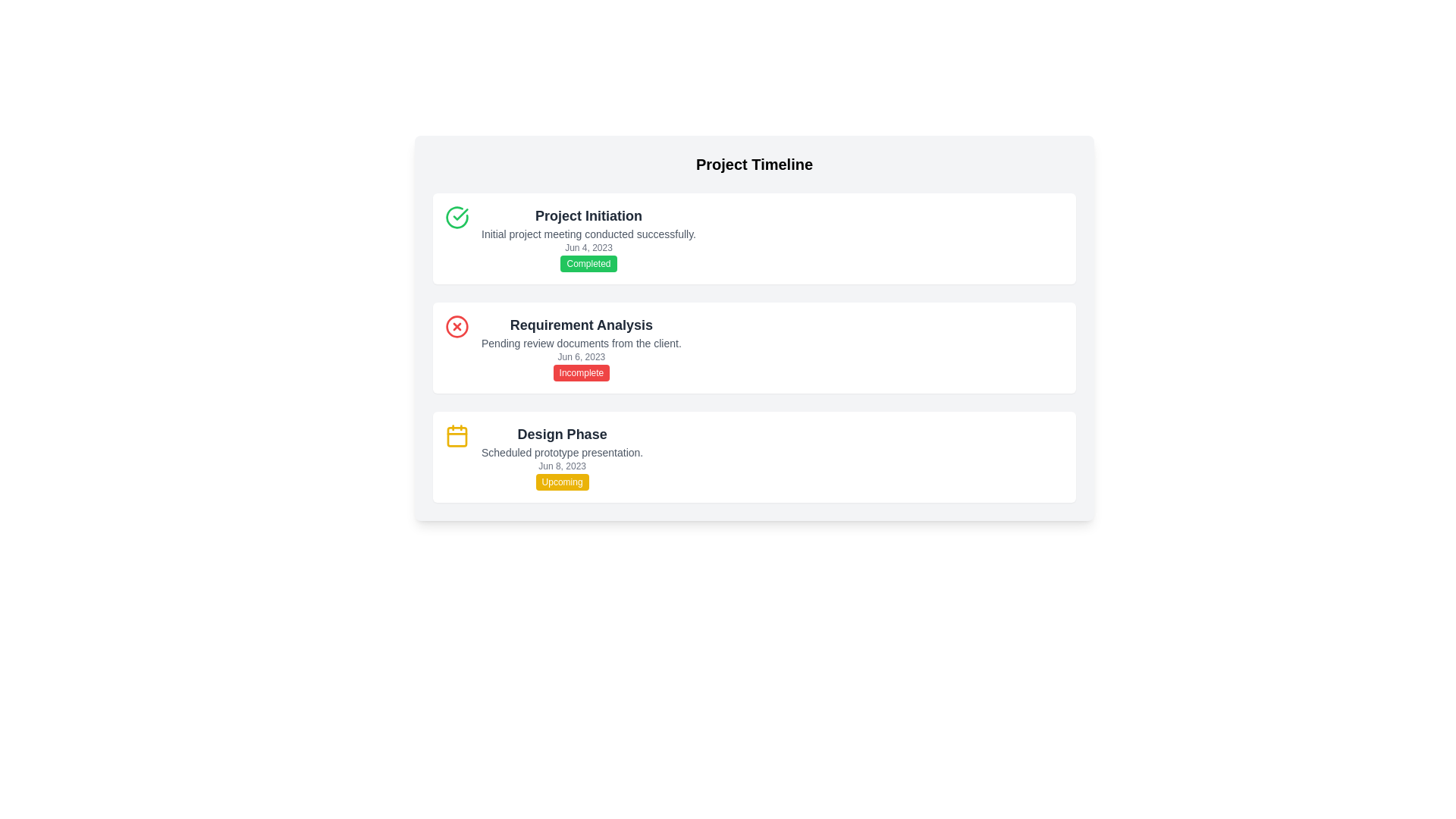  What do you see at coordinates (457, 435) in the screenshot?
I see `the calendar icon representing date or schedule information in the 'Design Phase' section` at bounding box center [457, 435].